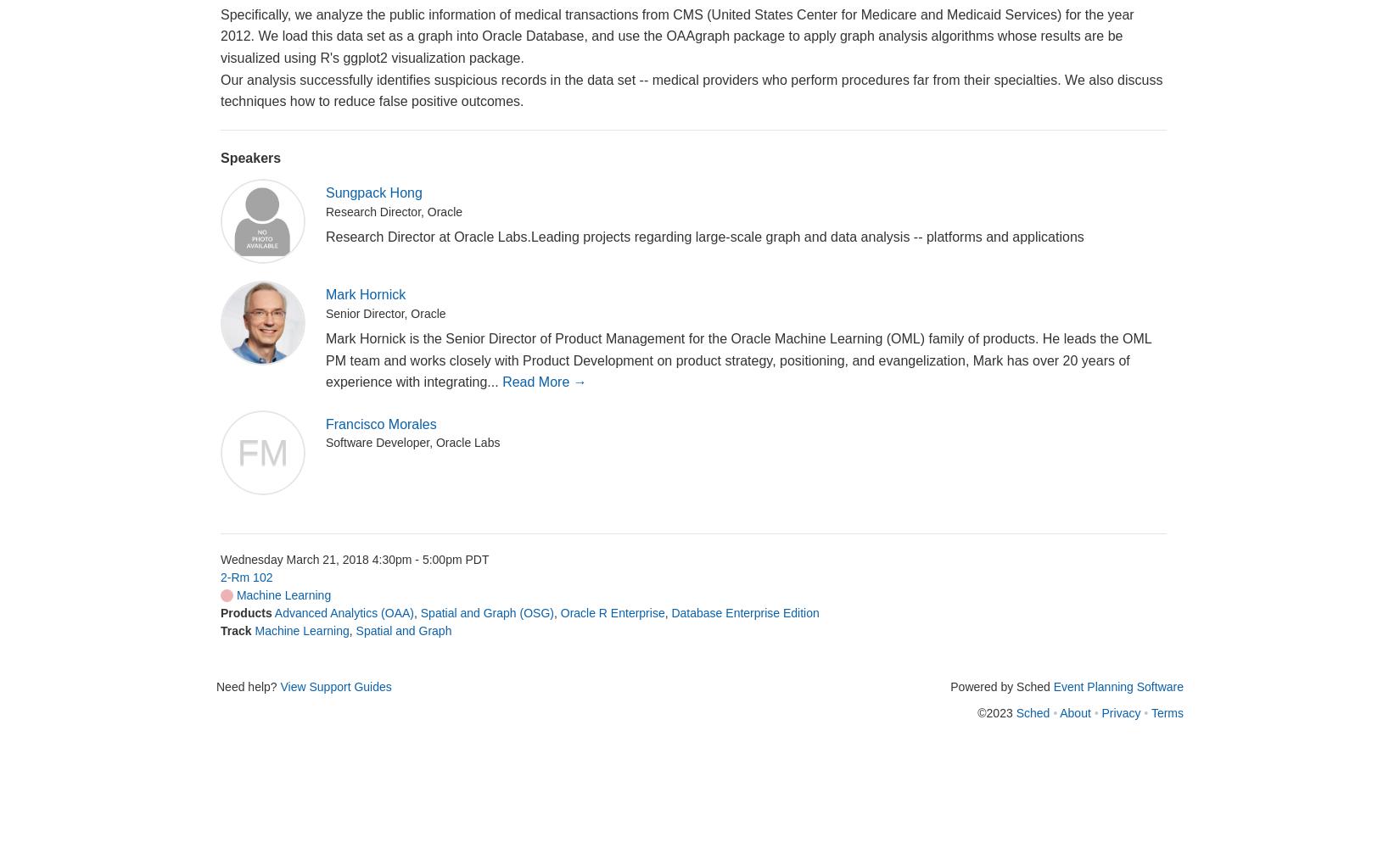 The width and height of the screenshot is (1400, 848). Describe the element at coordinates (744, 612) in the screenshot. I see `'Database Enterprise Edition'` at that location.